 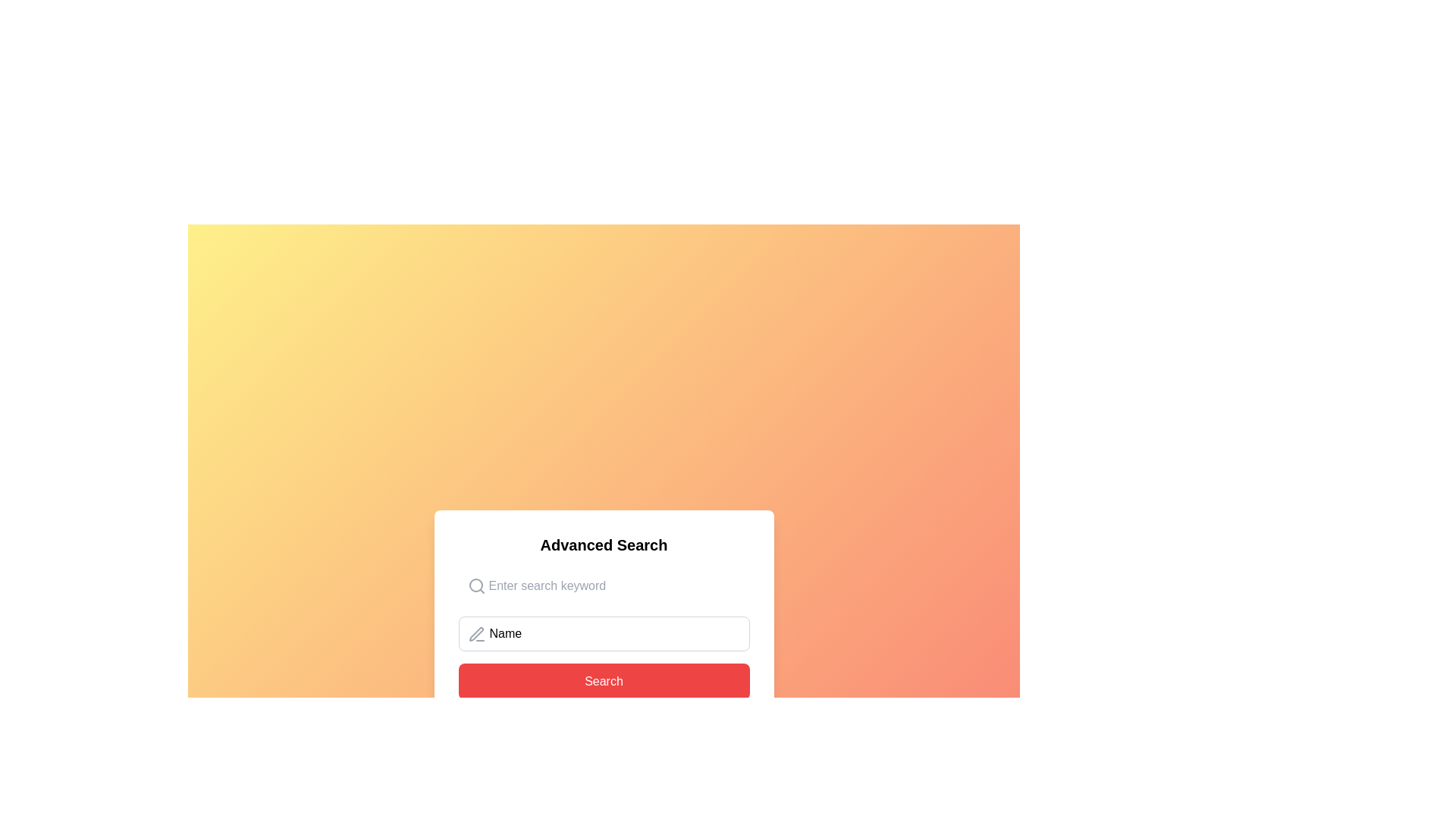 What do you see at coordinates (603, 680) in the screenshot?
I see `the 'Search' button with a red background and white text` at bounding box center [603, 680].